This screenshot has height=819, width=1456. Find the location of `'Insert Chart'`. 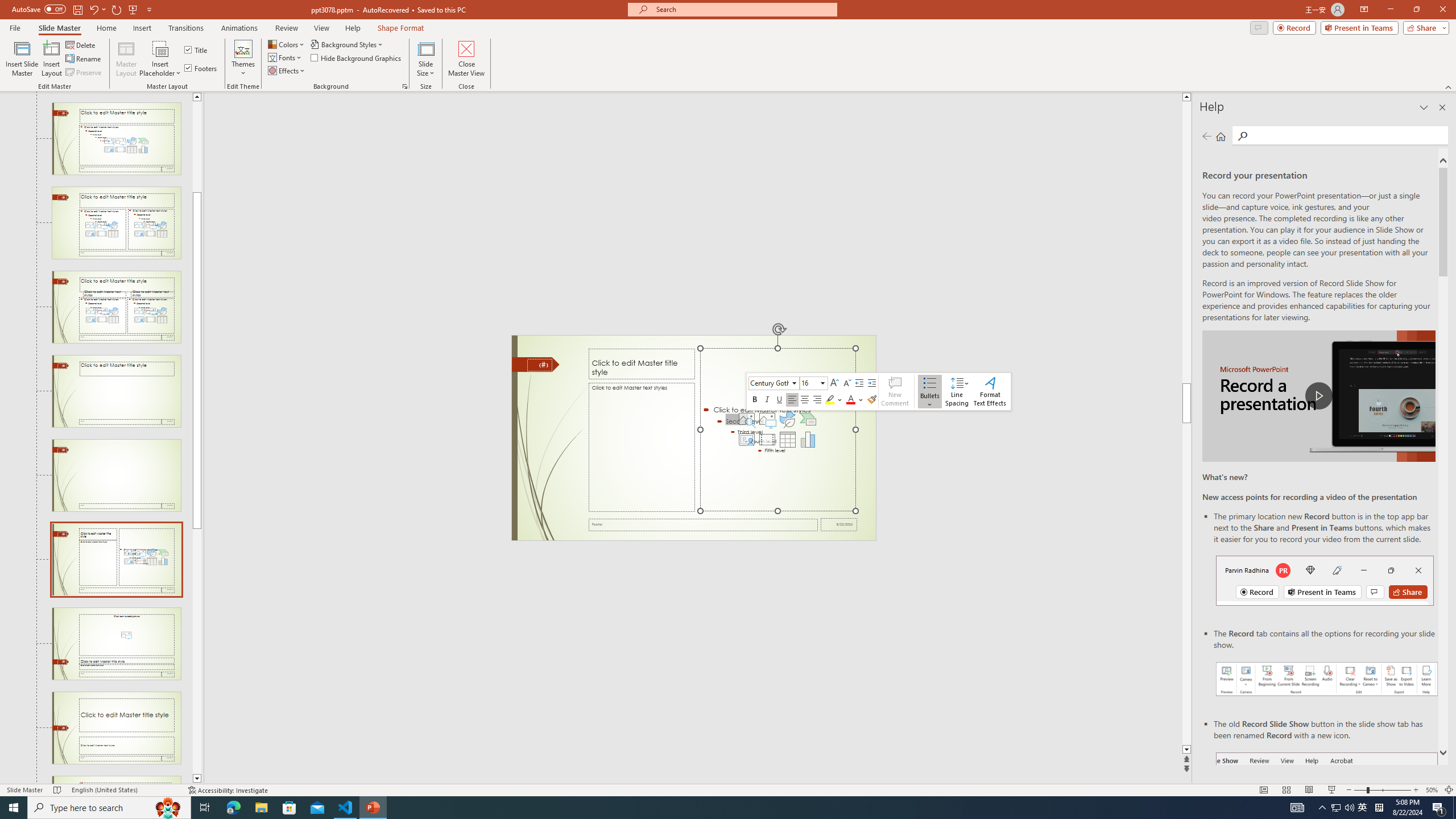

'Insert Chart' is located at coordinates (807, 440).